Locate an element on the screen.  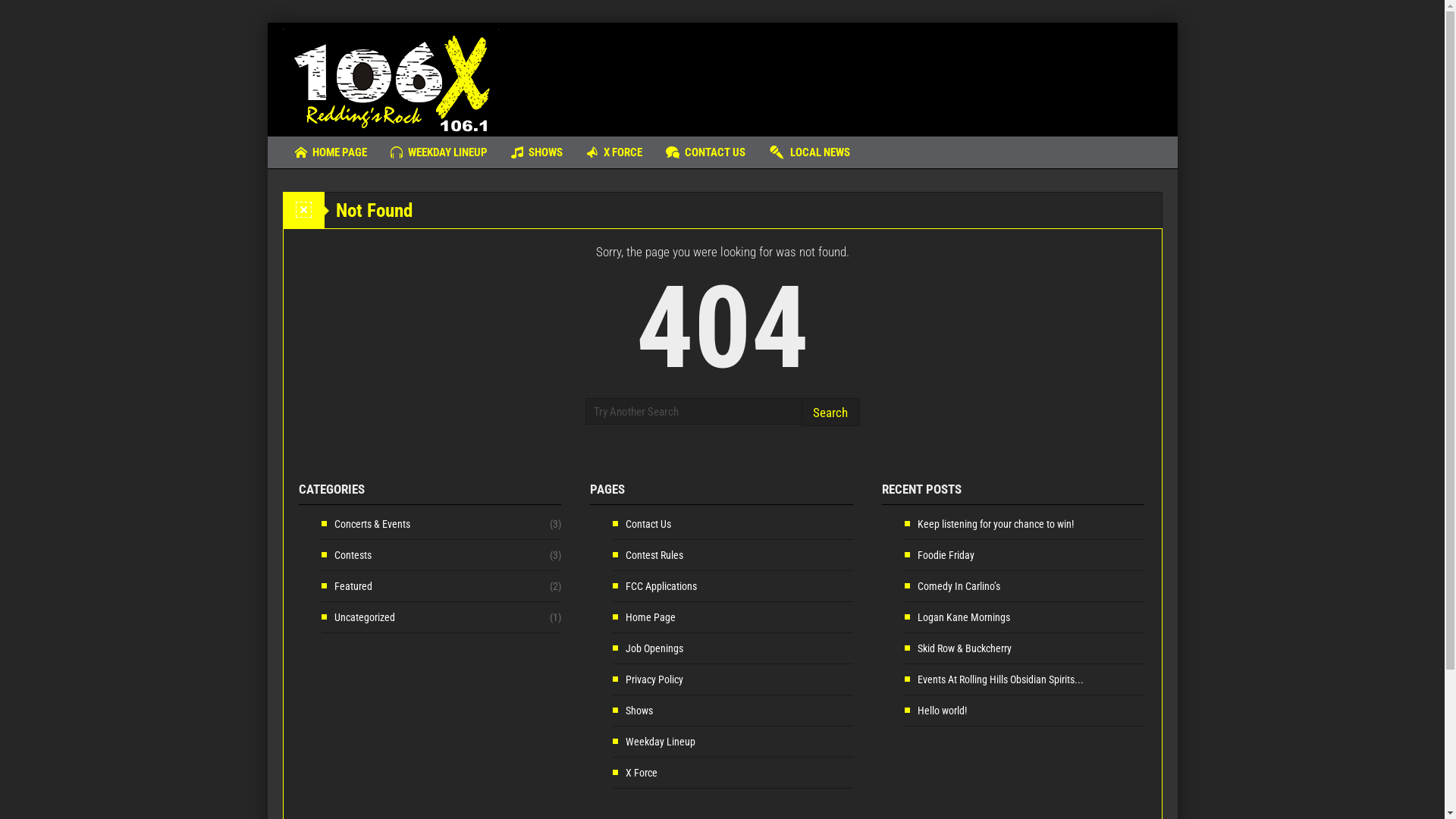
'Contests' is located at coordinates (345, 555).